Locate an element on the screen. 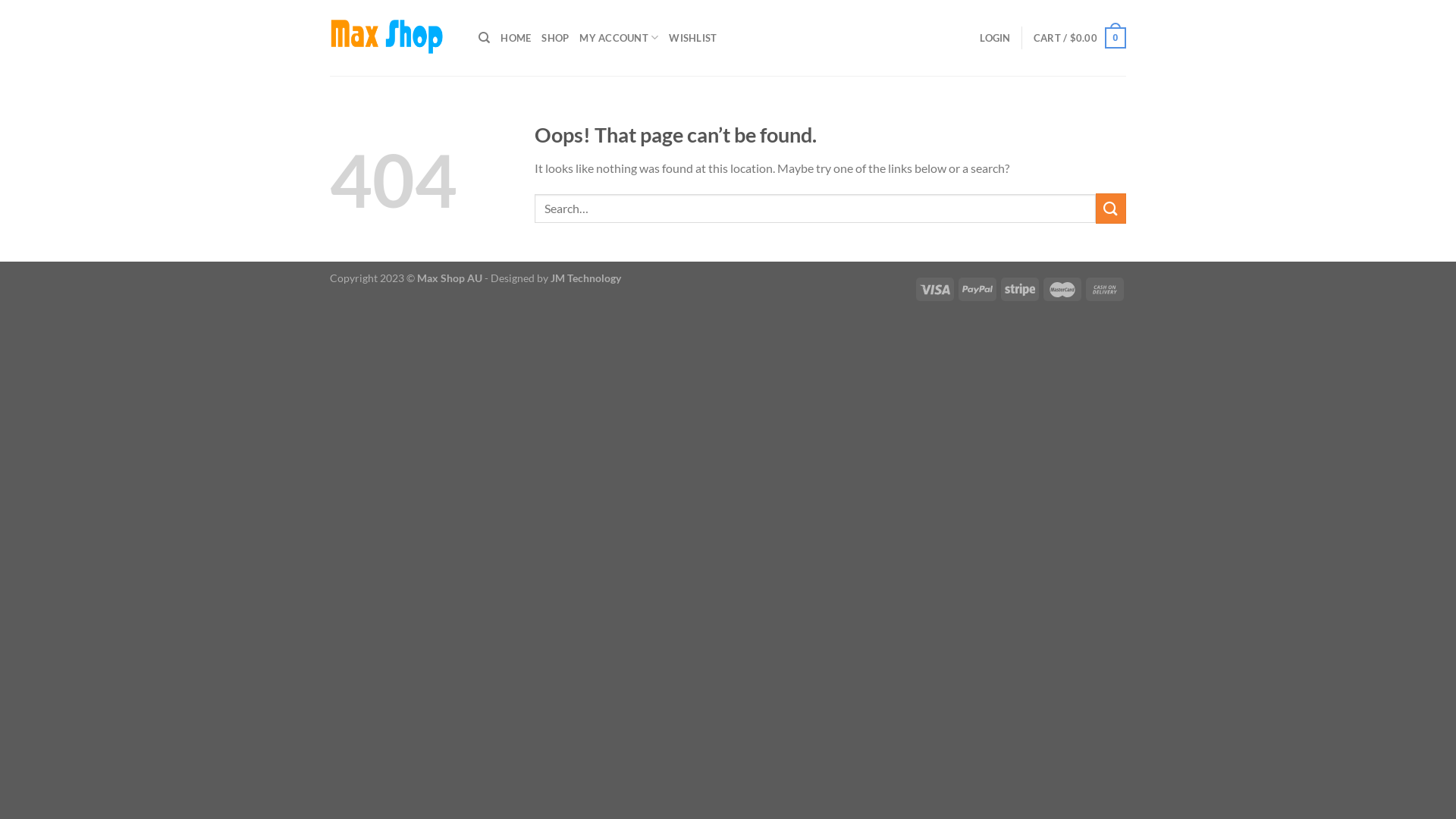  'WISHLIST' is located at coordinates (692, 37).